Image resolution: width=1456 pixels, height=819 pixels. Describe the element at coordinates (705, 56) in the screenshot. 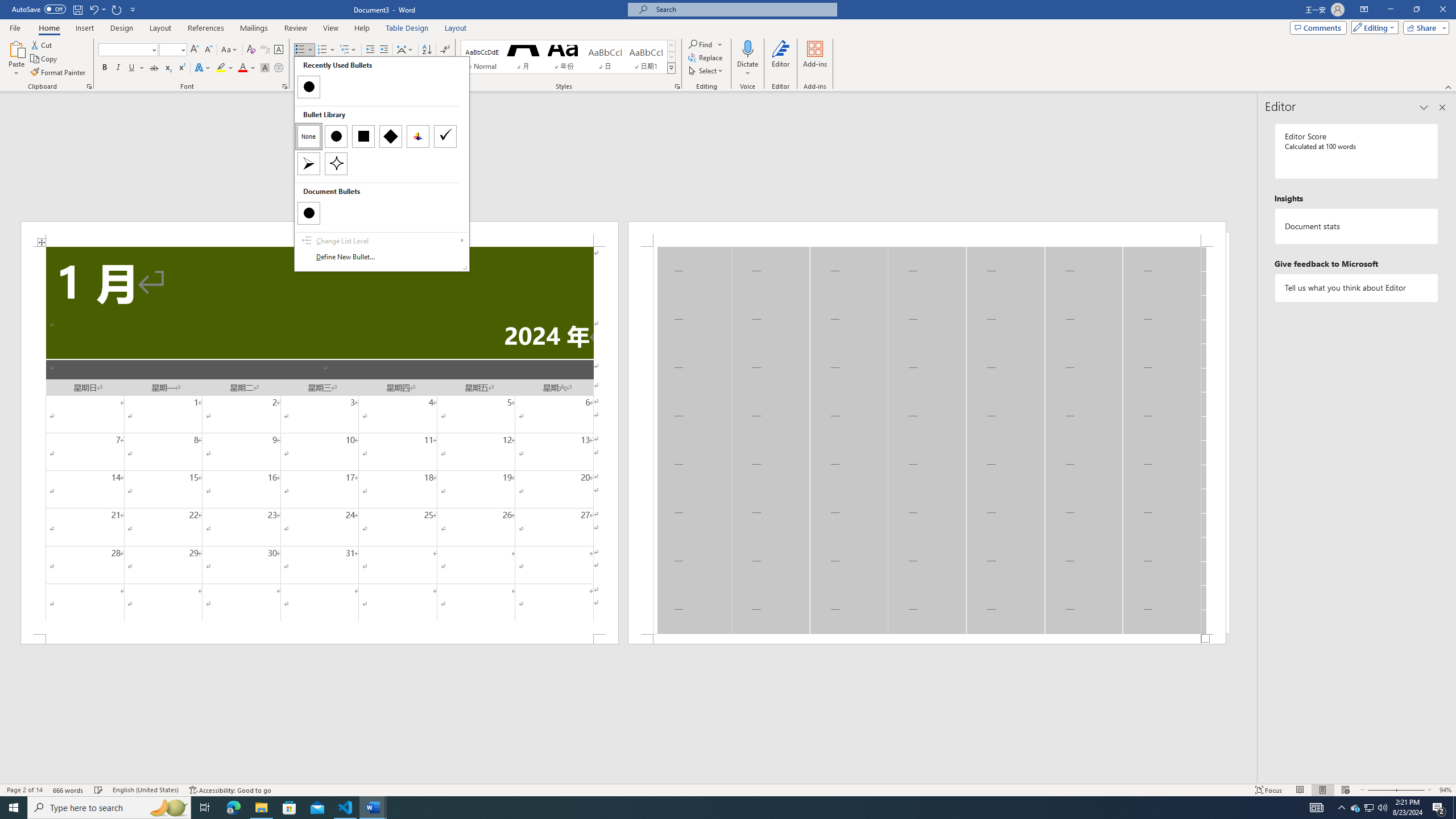

I see `'Replace...'` at that location.